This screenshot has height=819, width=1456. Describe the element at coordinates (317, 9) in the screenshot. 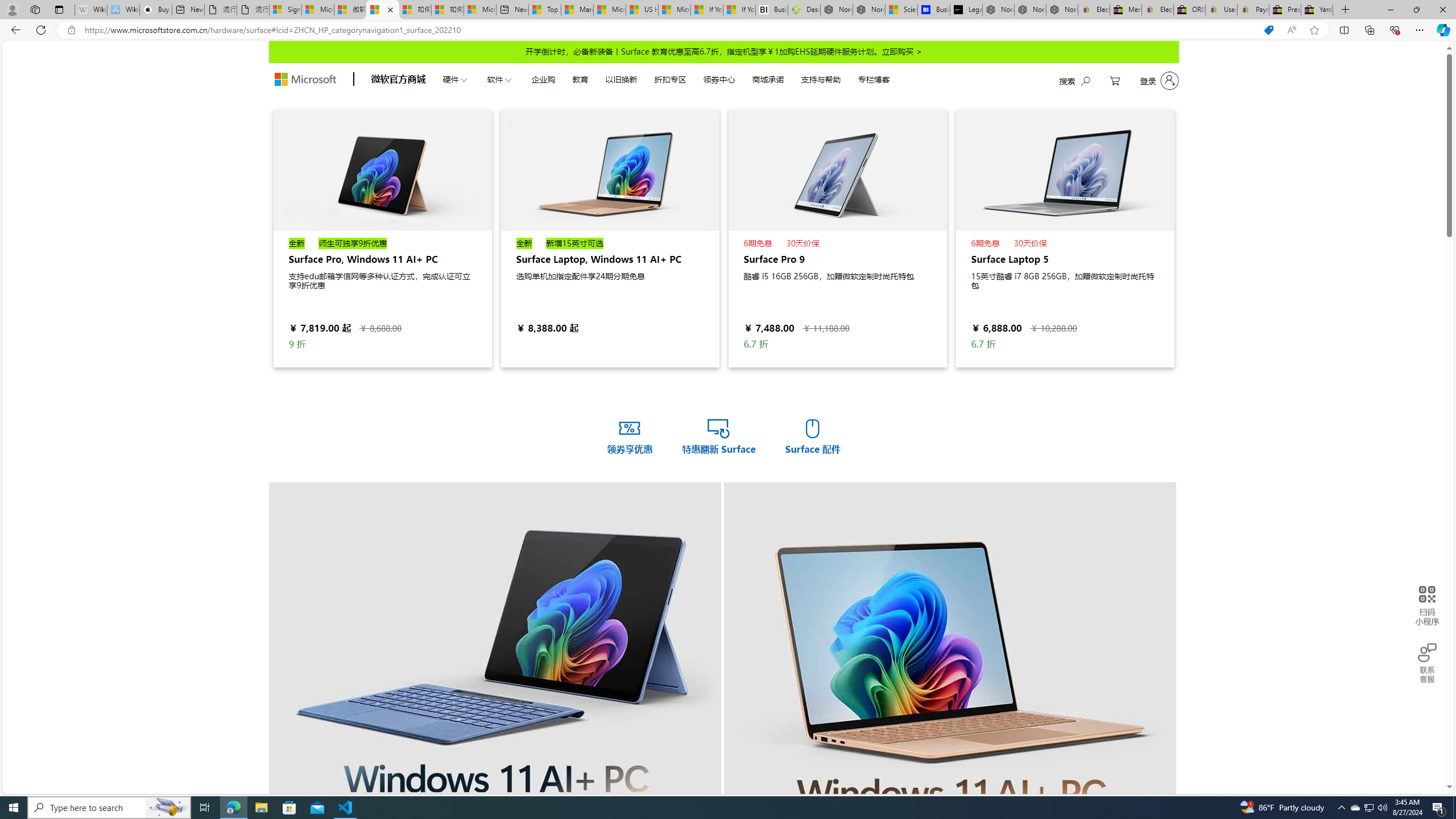

I see `'Microsoft Services Agreement'` at that location.